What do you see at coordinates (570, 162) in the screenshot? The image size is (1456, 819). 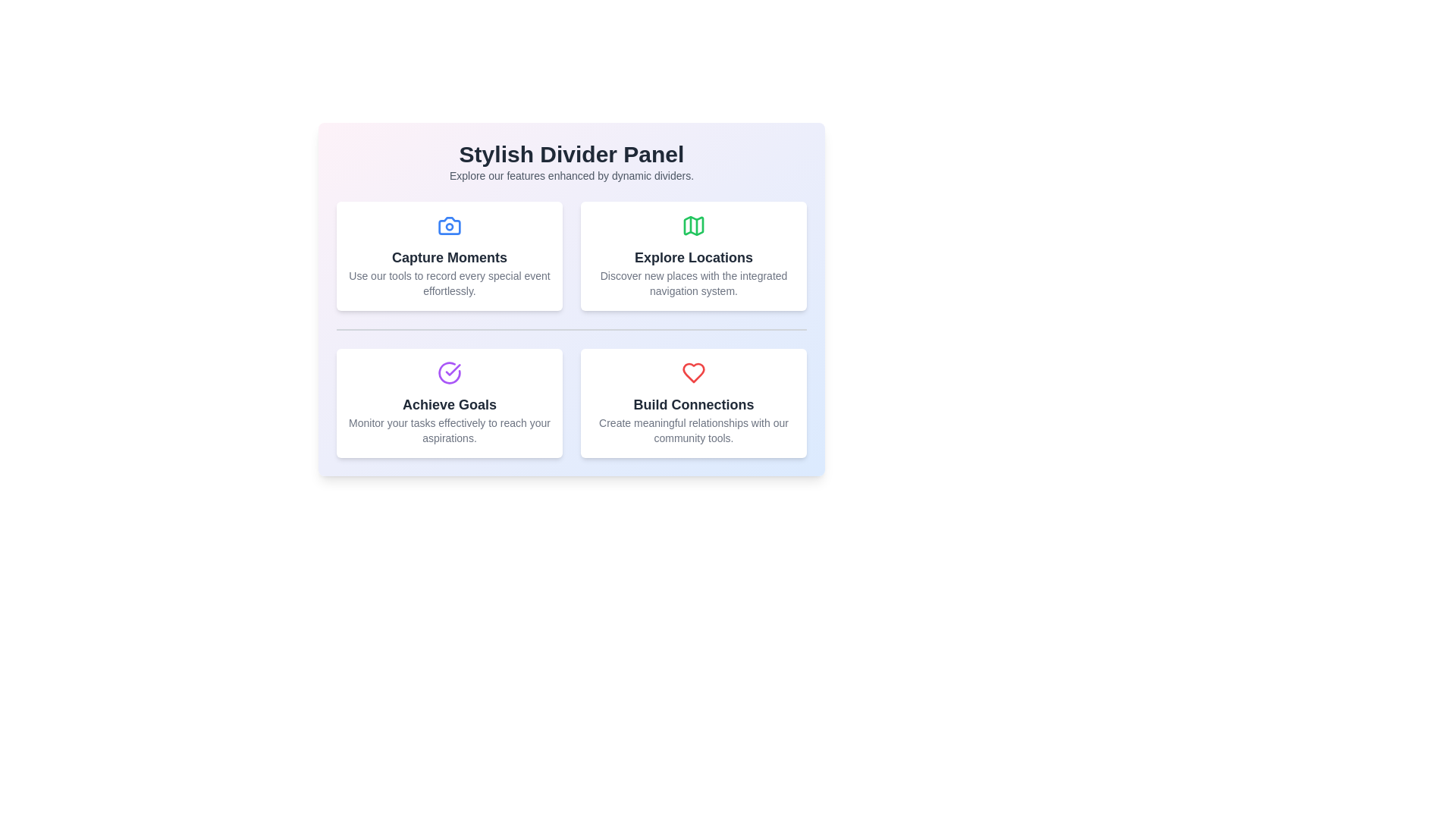 I see `the styled Text component that serves as a title or introductory section at the top of the interface` at bounding box center [570, 162].